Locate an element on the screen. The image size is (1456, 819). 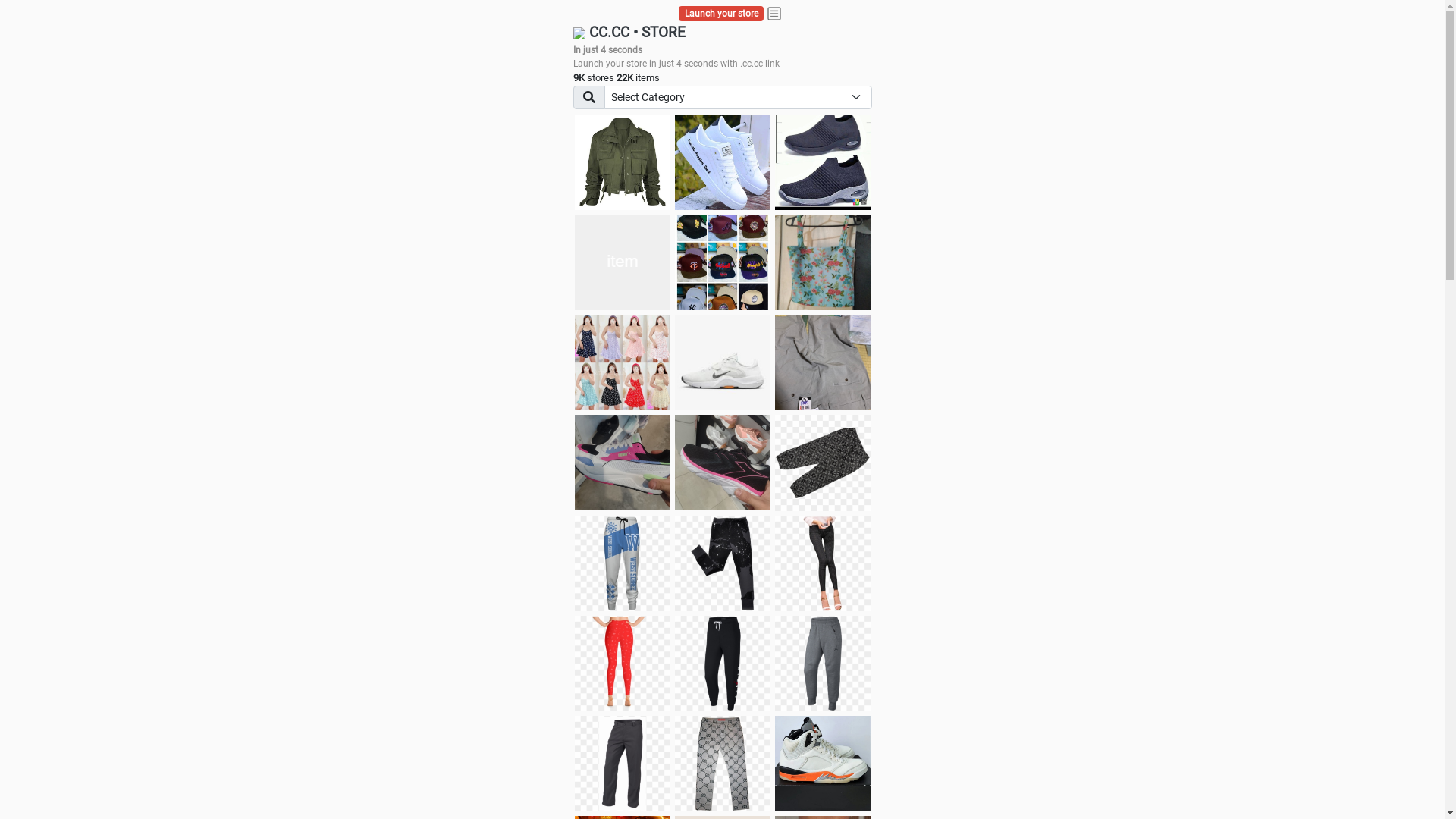
'Pant' is located at coordinates (622, 563).